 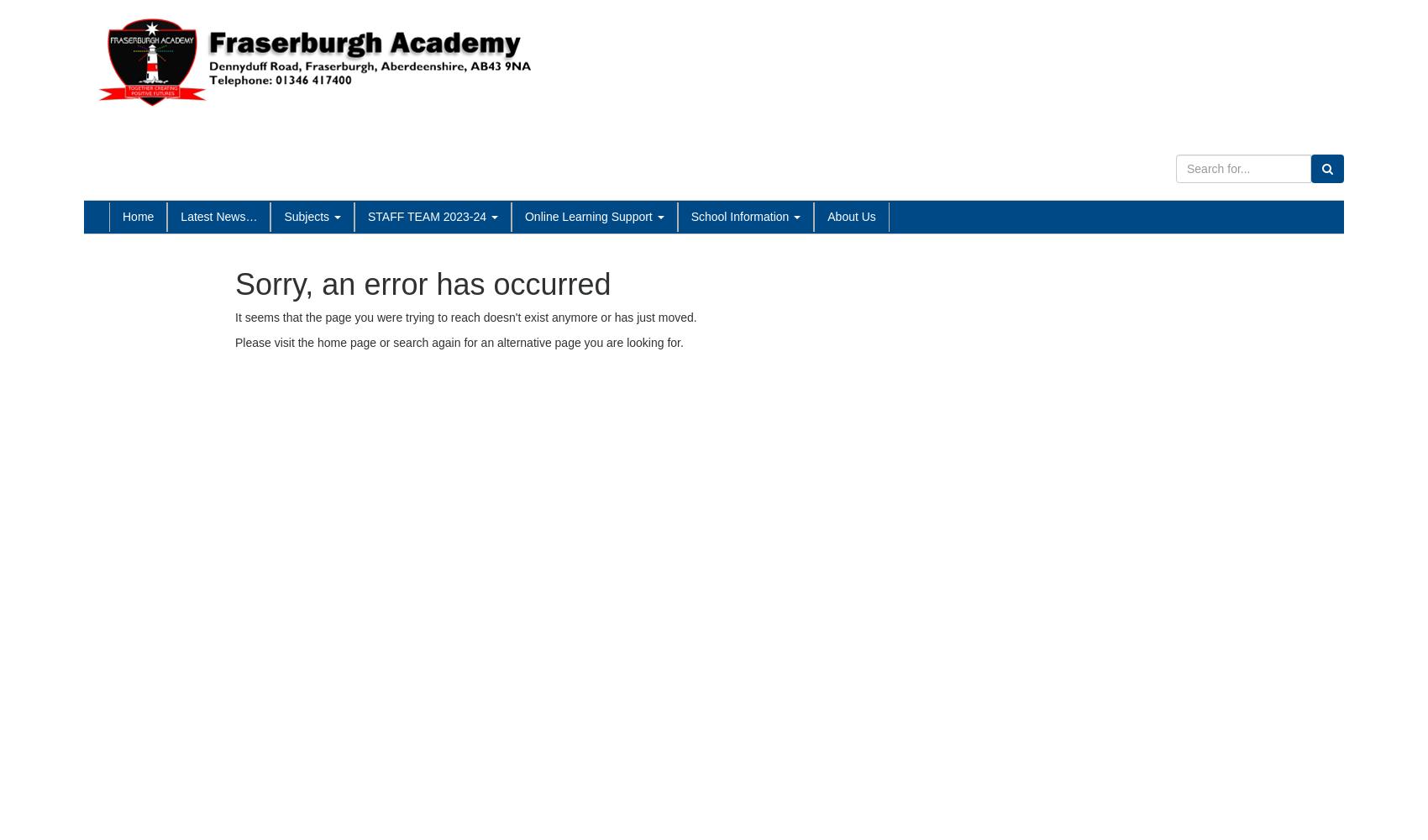 What do you see at coordinates (458, 343) in the screenshot?
I see `'Please visit the home page or search again for an alternative page you are looking for.'` at bounding box center [458, 343].